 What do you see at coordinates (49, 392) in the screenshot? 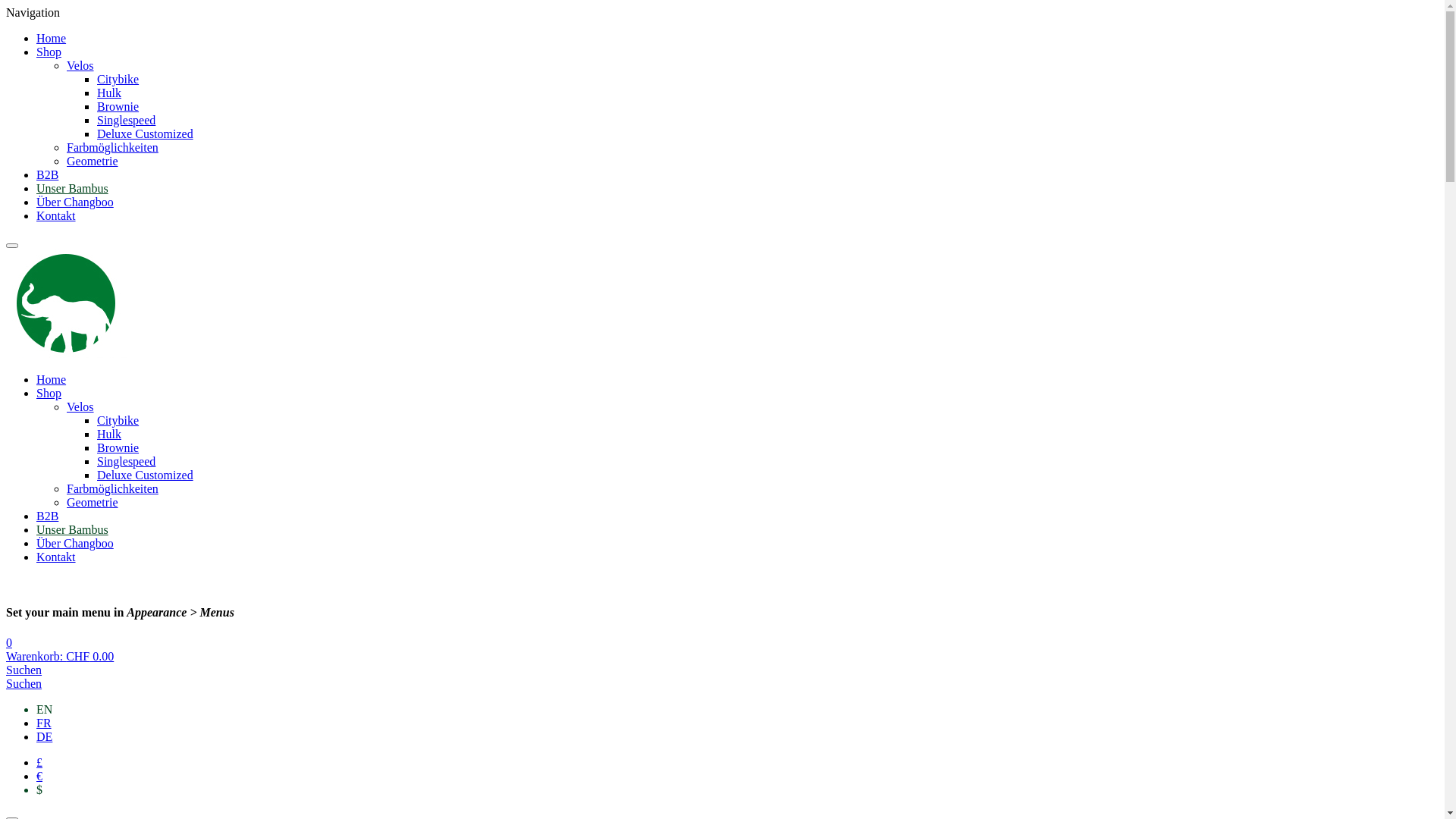
I see `'Shop'` at bounding box center [49, 392].